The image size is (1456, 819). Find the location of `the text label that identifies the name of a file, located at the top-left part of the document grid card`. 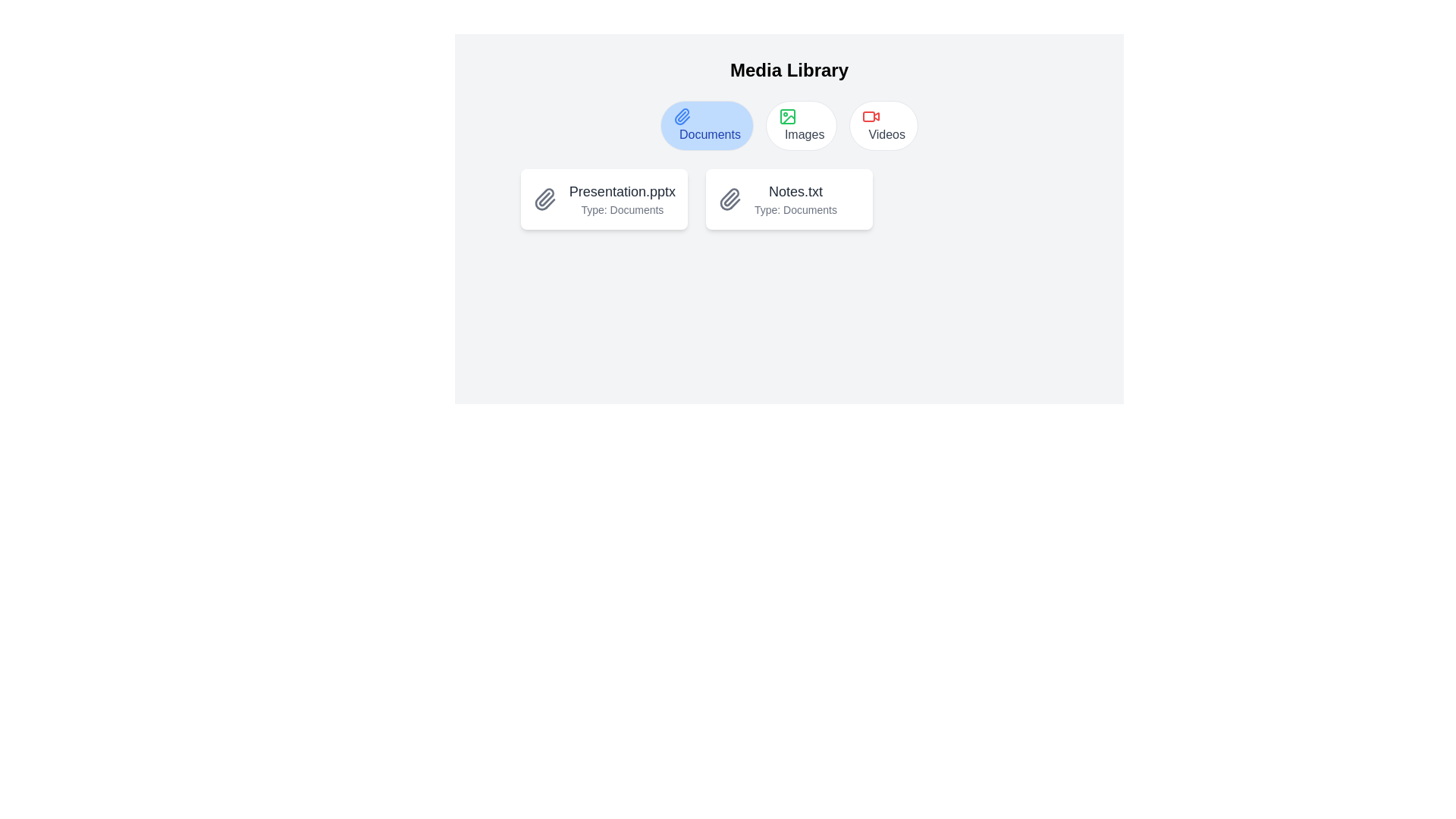

the text label that identifies the name of a file, located at the top-left part of the document grid card is located at coordinates (622, 191).